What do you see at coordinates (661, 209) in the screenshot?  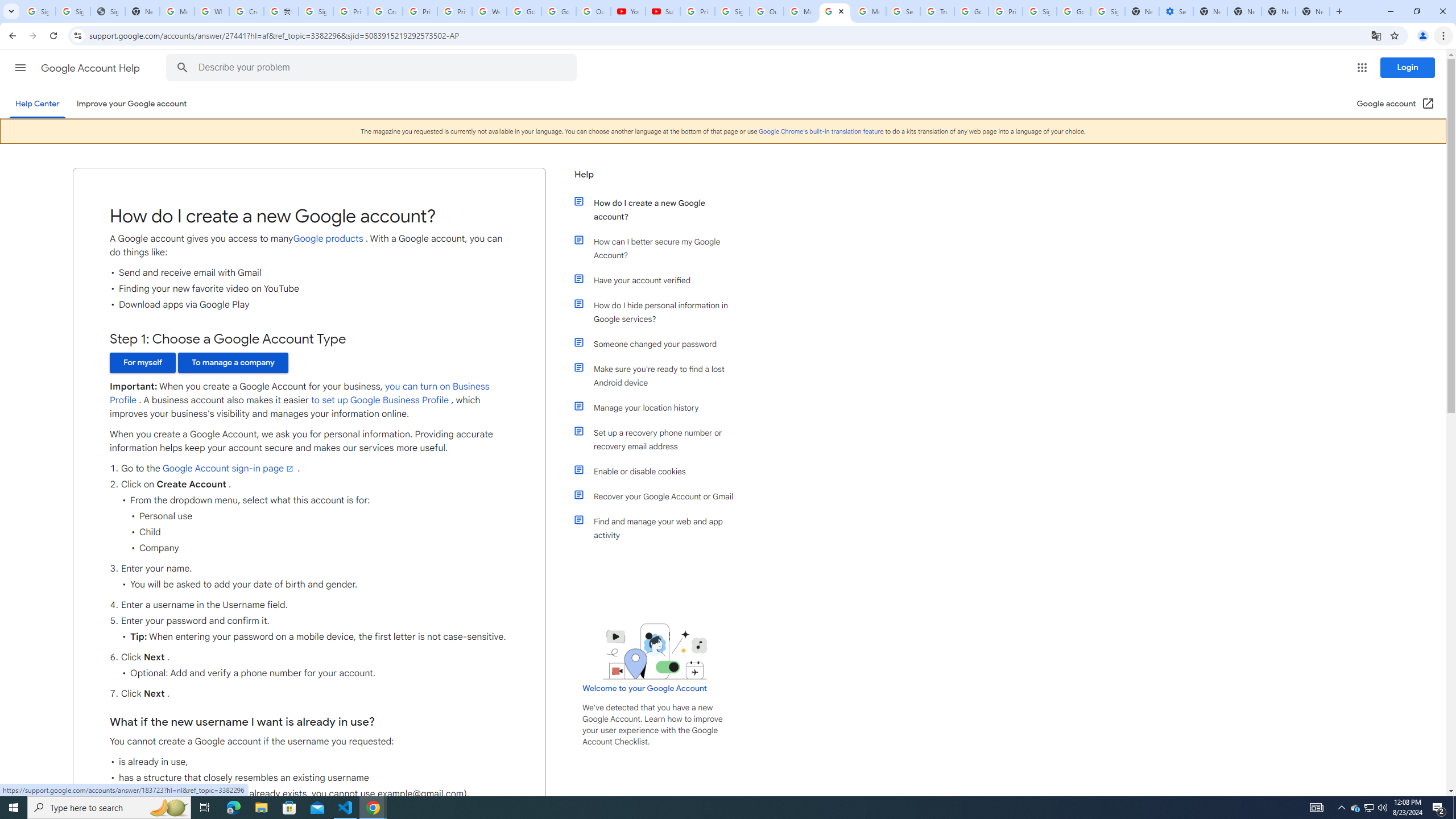 I see `'How do I create a new Google account?'` at bounding box center [661, 209].